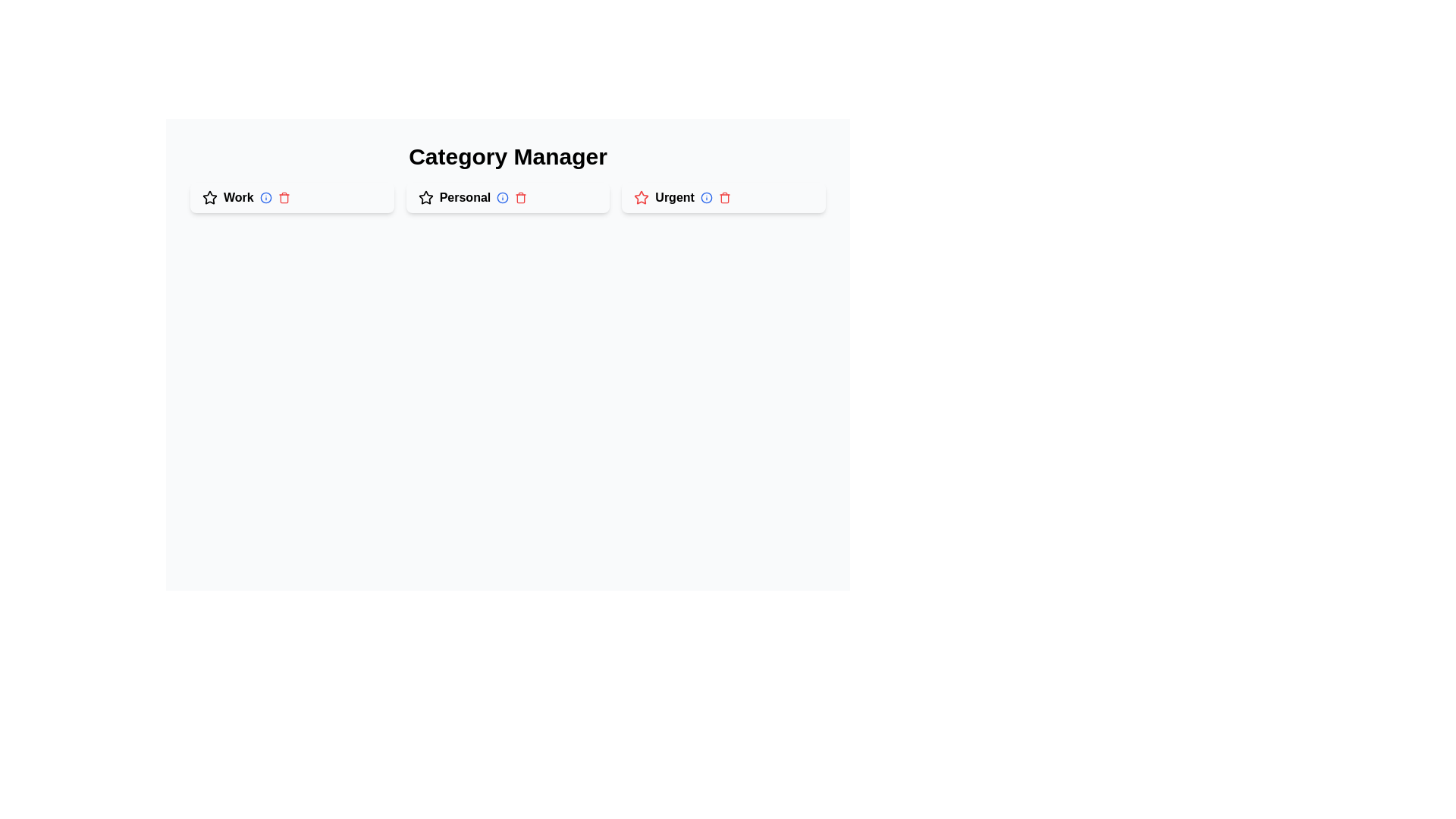  What do you see at coordinates (723, 197) in the screenshot?
I see `delete button for the category labeled Urgent` at bounding box center [723, 197].